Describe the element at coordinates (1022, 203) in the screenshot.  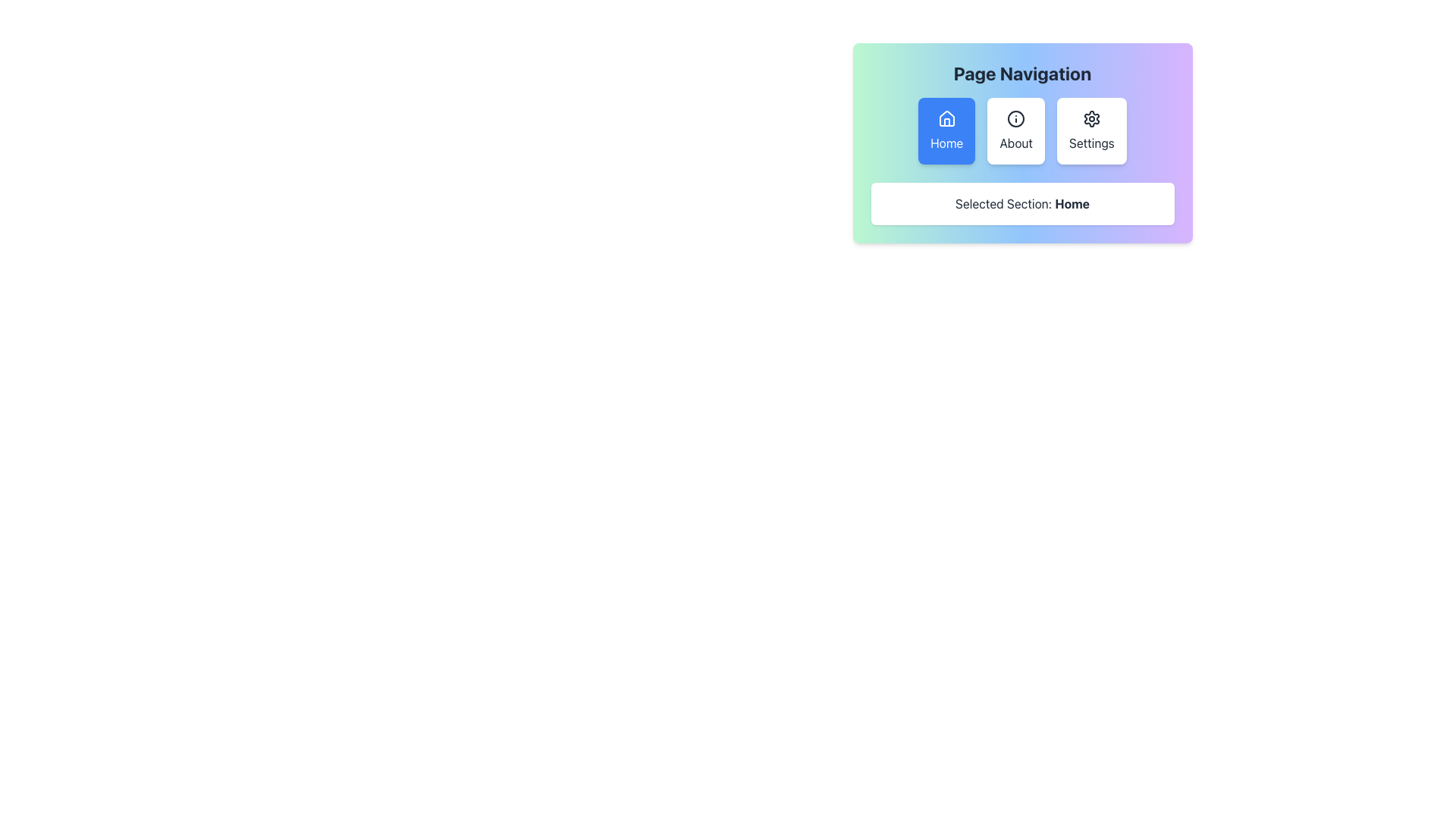
I see `the text label that displays 'Selected Section: Home', which is styled in a bold sans-serif font and located within a white rounded rectangle below the navigation menu` at that location.